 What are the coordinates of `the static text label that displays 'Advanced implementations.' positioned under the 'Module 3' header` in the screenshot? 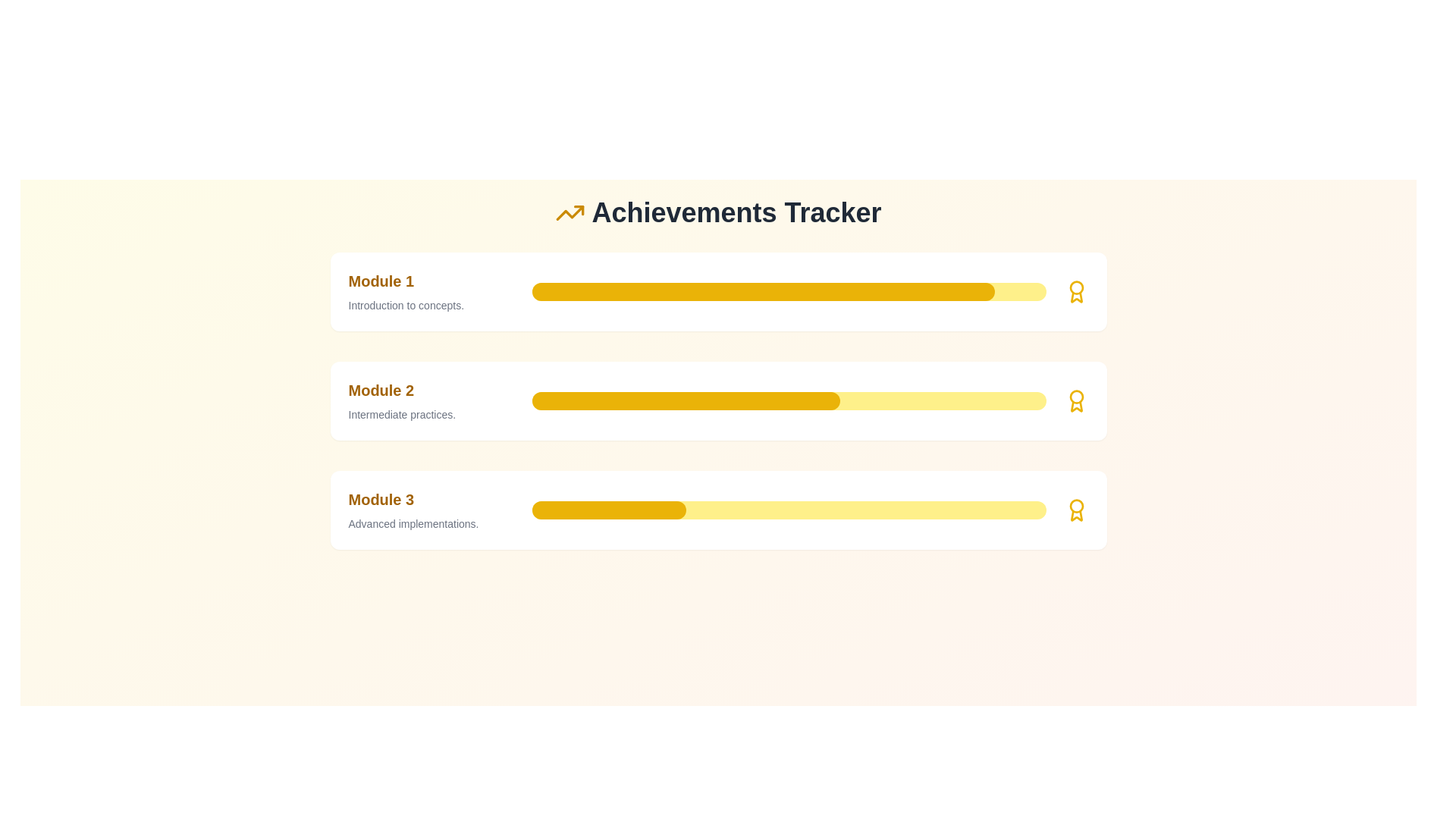 It's located at (433, 522).